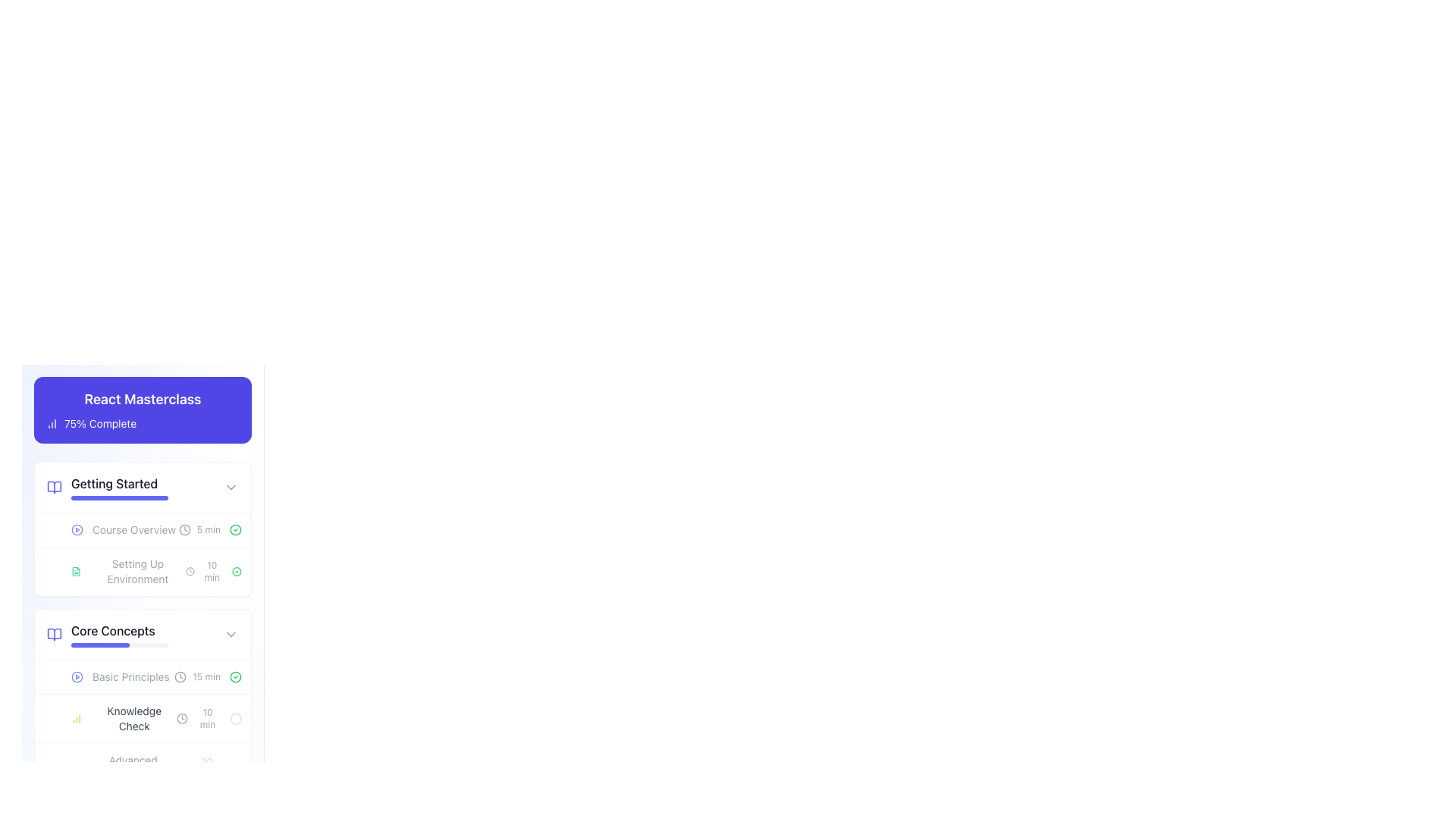 This screenshot has width=1456, height=819. What do you see at coordinates (180, 676) in the screenshot?
I see `the circular outline of the SVG icon that is part of the clock icon, located to the left of the 'Basic Principles' list item in the 'Core Concepts' section` at bounding box center [180, 676].